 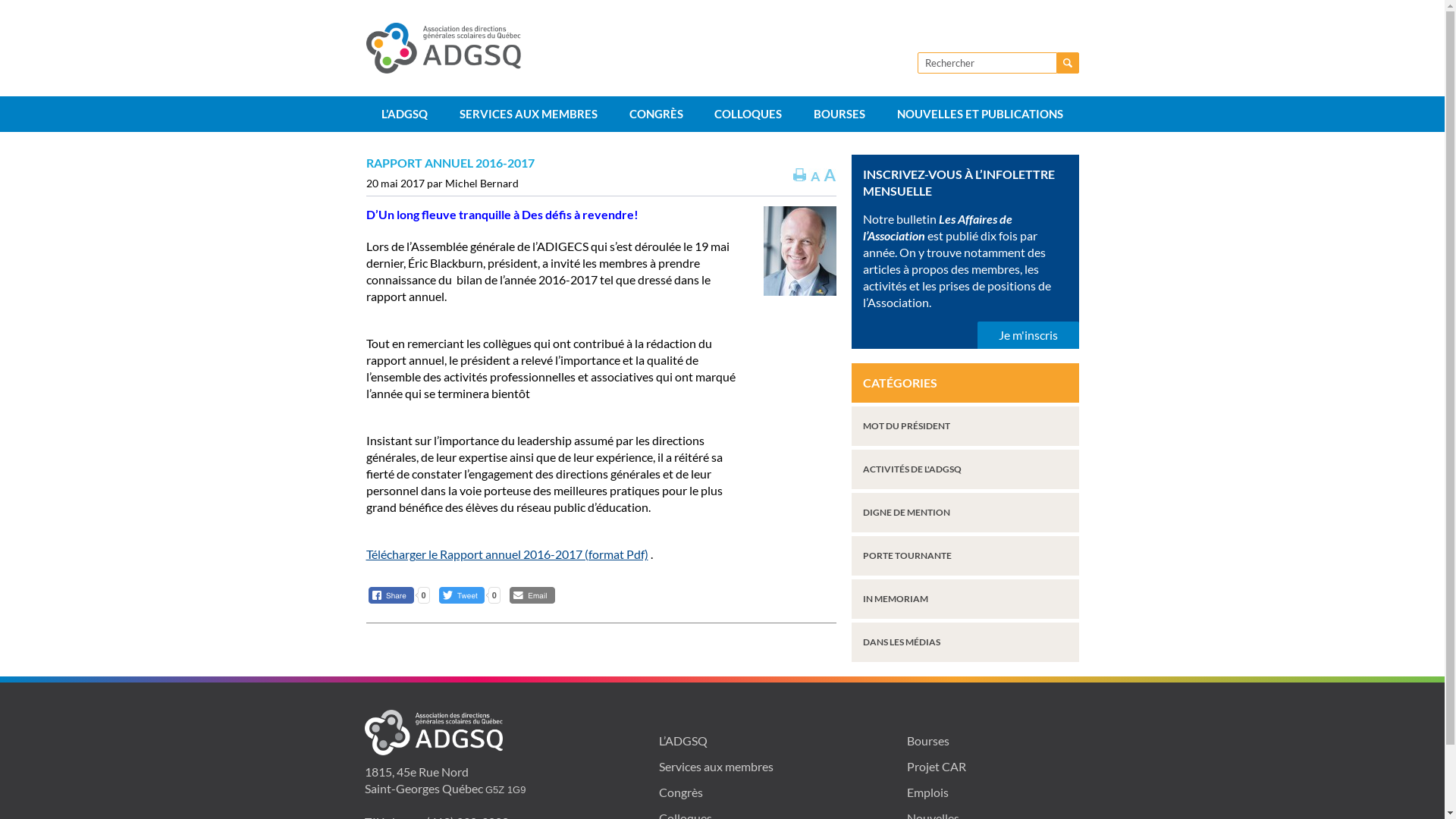 What do you see at coordinates (964, 512) in the screenshot?
I see `'DIGNE DE MENTION'` at bounding box center [964, 512].